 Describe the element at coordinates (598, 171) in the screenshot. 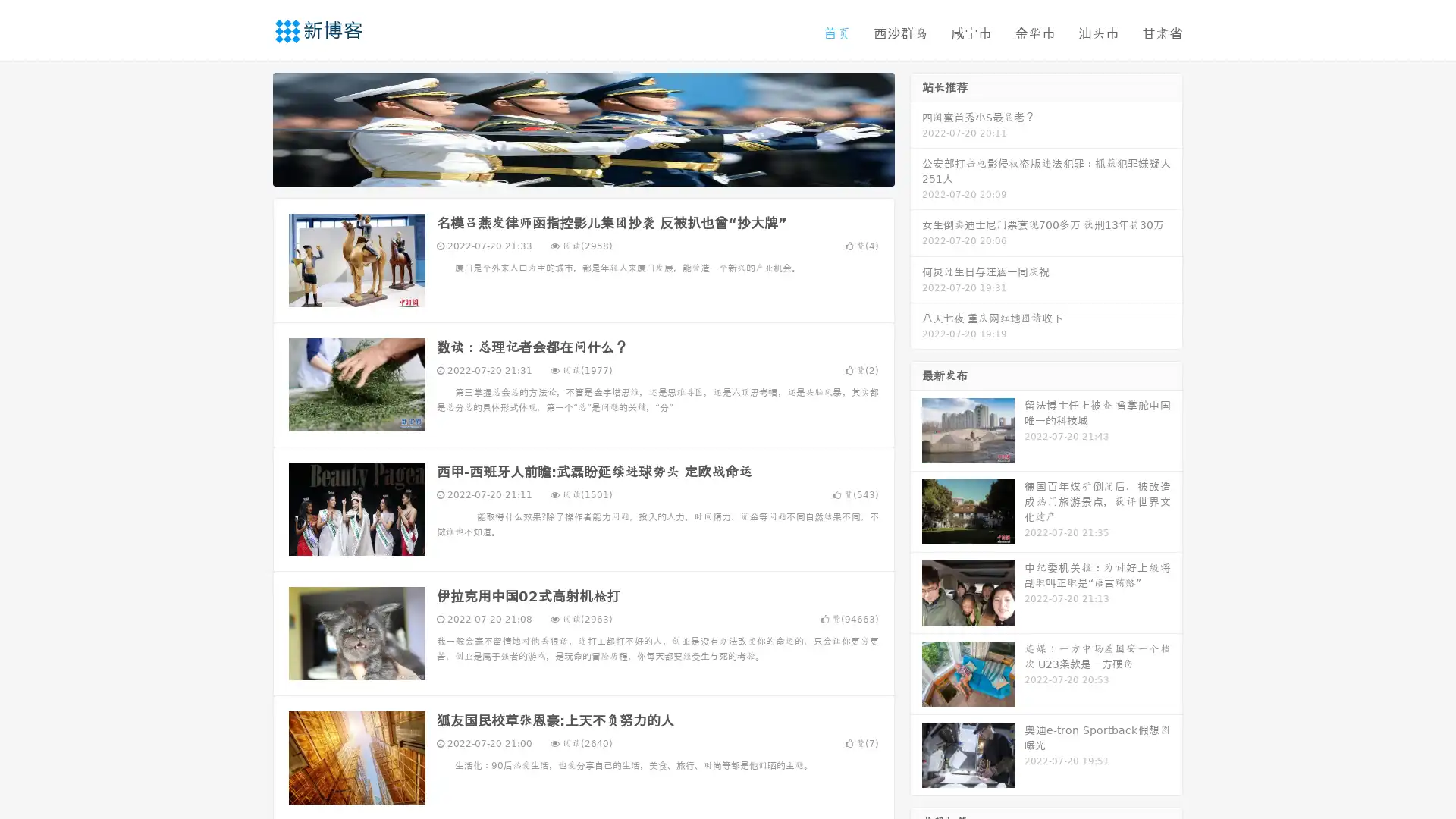

I see `Go to slide 3` at that location.